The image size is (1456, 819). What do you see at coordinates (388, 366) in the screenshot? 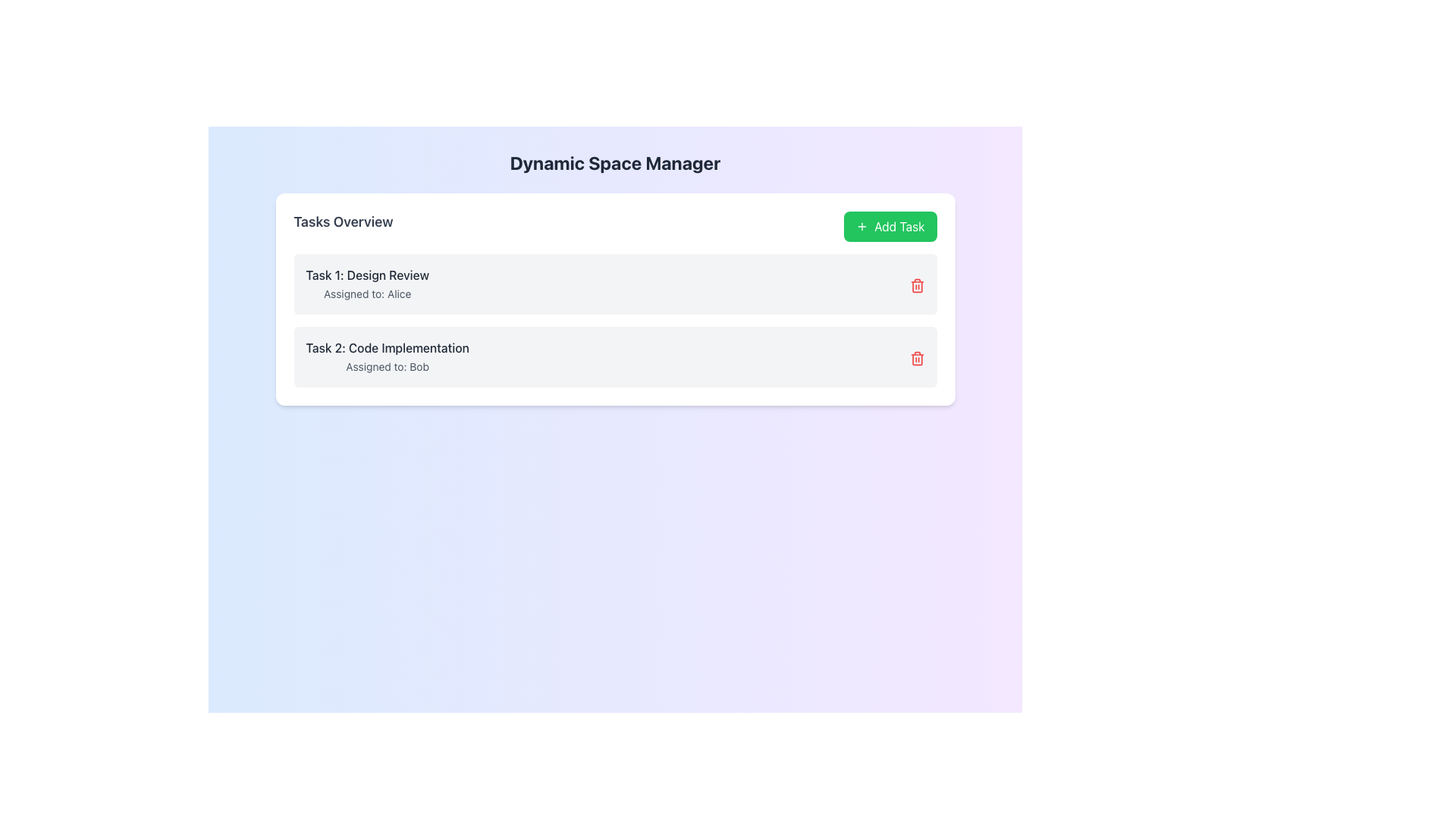
I see `the text label that reads 'Assigned to: Bob', which is styled in a smaller gray sans-serif font and positioned below the title 'Task 2: Code Implementation' in the second task card` at bounding box center [388, 366].